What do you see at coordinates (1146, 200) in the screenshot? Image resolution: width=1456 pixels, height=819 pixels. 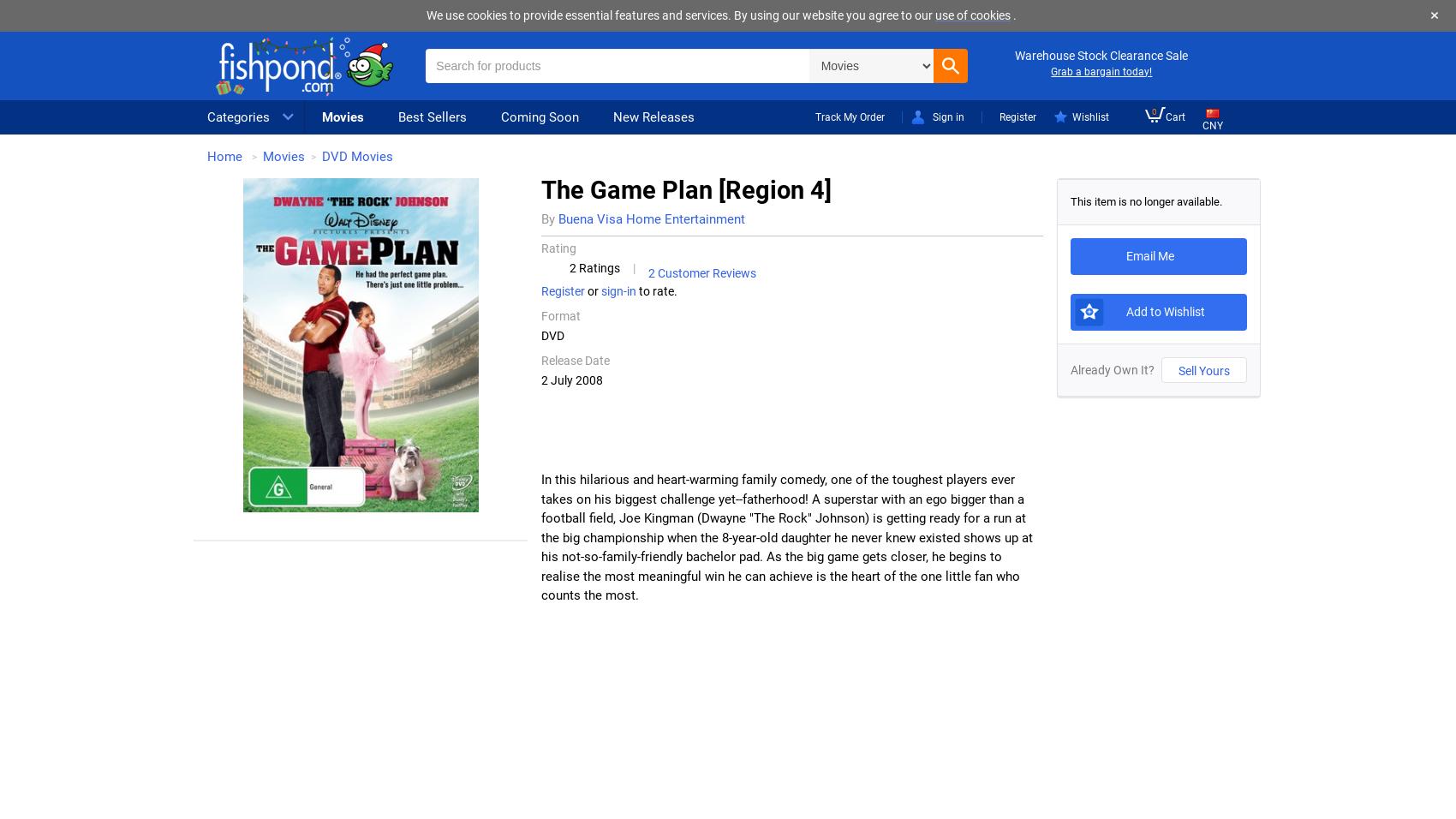 I see `'This item is no longer available.'` at bounding box center [1146, 200].